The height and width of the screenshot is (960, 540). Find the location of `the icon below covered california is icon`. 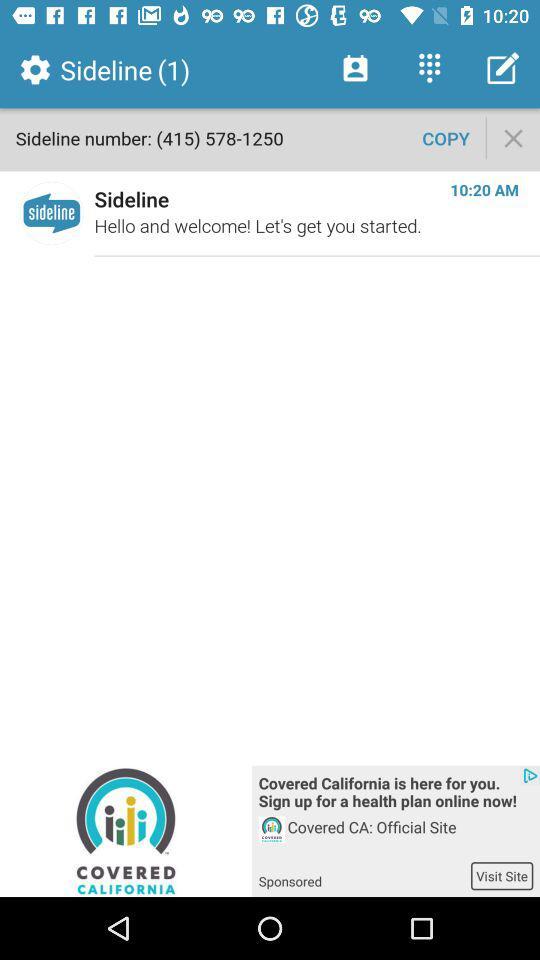

the icon below covered california is icon is located at coordinates (409, 838).